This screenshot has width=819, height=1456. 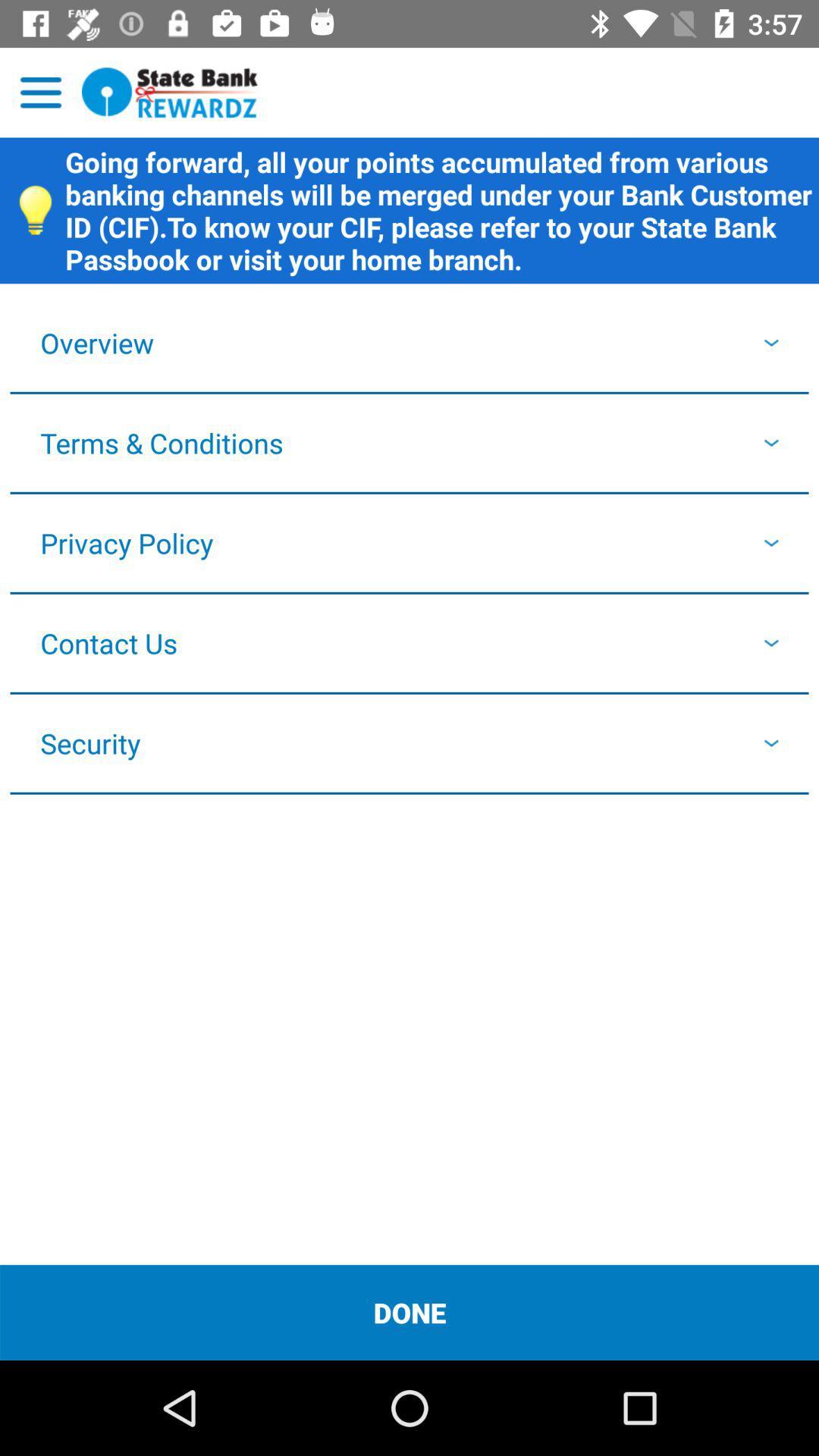 I want to click on name of the bank, so click(x=170, y=92).